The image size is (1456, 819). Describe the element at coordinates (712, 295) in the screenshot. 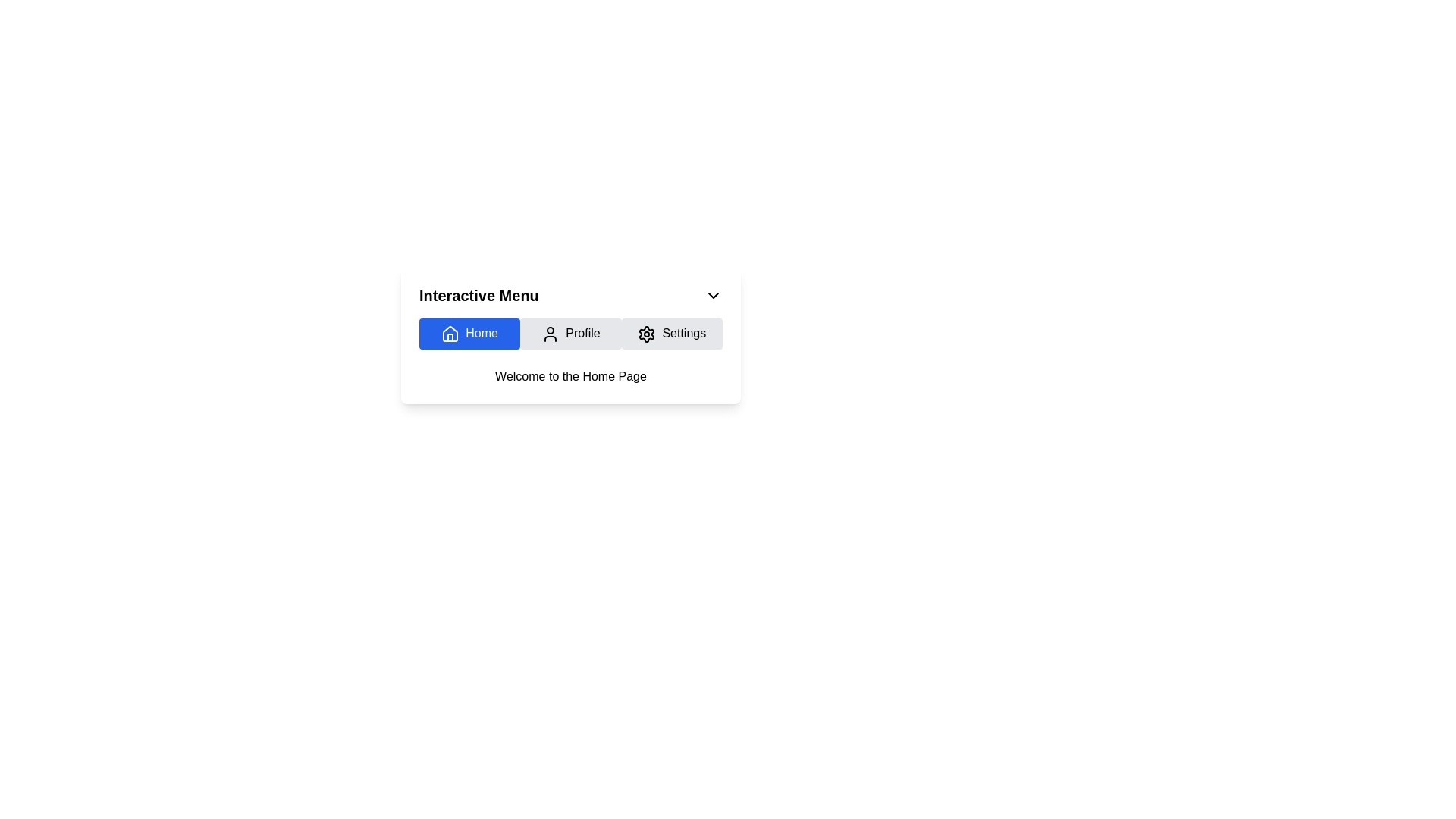

I see `the Dropdown indicator icon located at the far-right side of the 'Interactive Menu' header` at that location.